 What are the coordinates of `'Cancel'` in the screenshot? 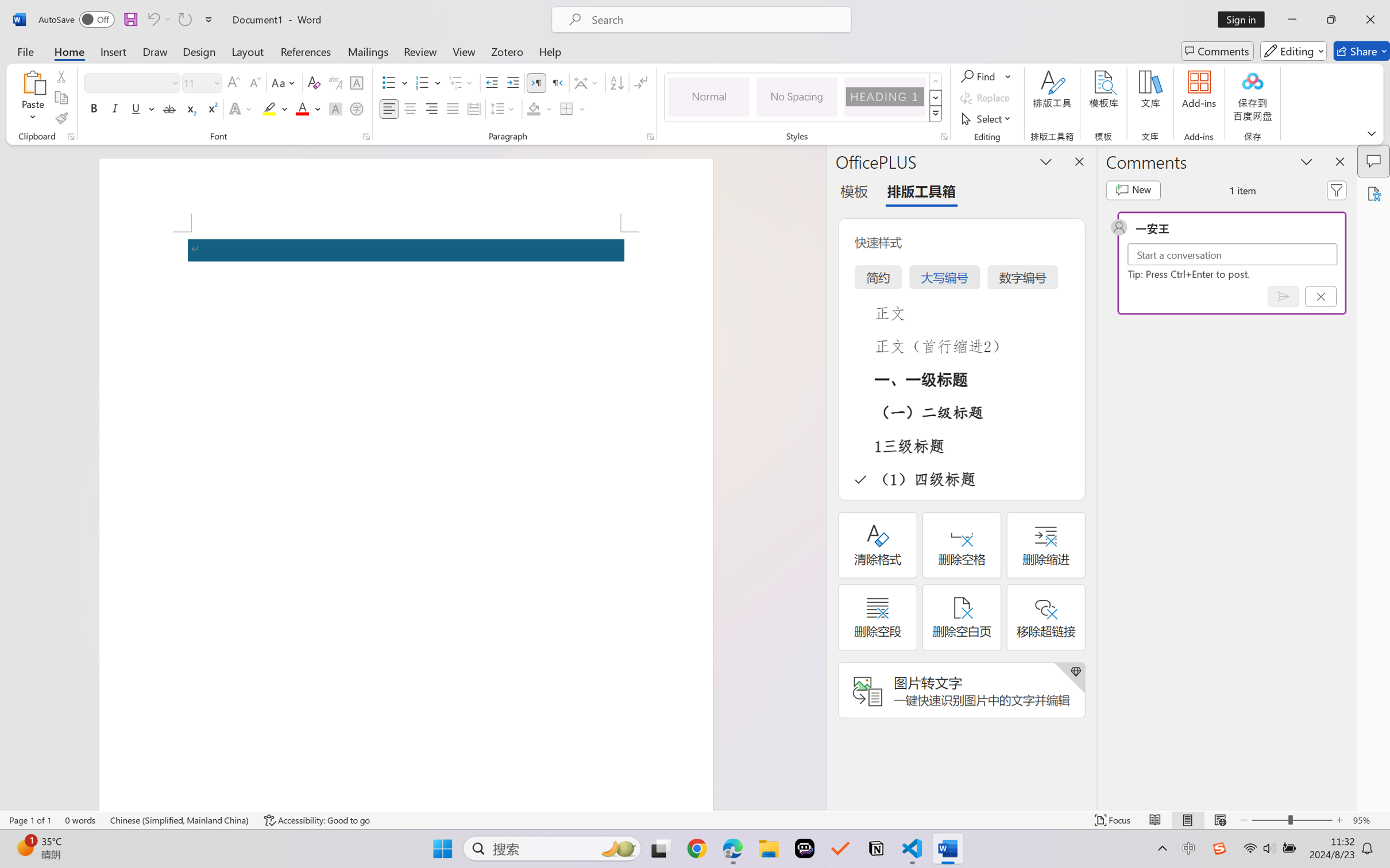 It's located at (1320, 296).